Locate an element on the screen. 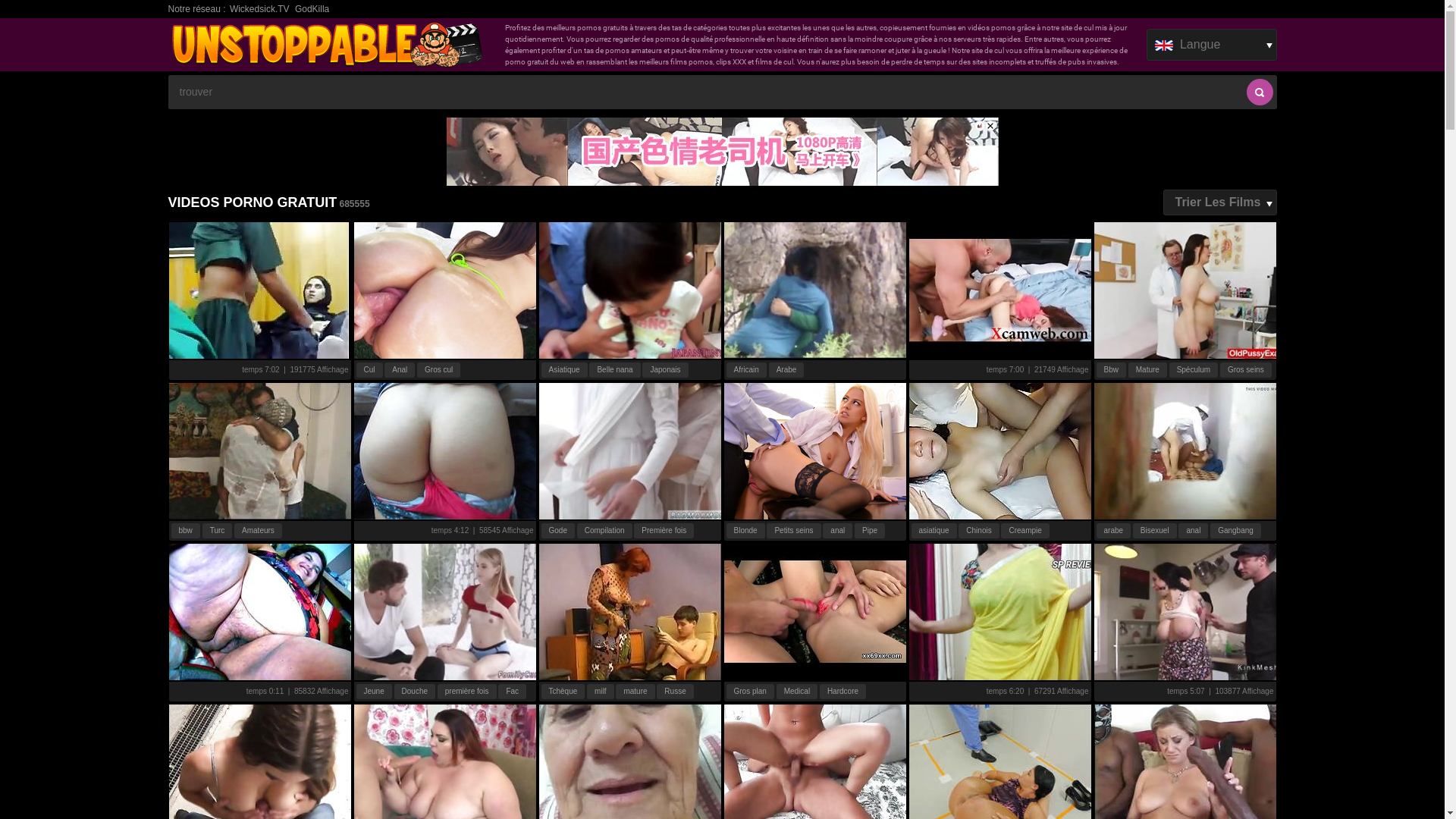 This screenshot has height=819, width=1456. 'Bisexuel' is located at coordinates (1153, 529).